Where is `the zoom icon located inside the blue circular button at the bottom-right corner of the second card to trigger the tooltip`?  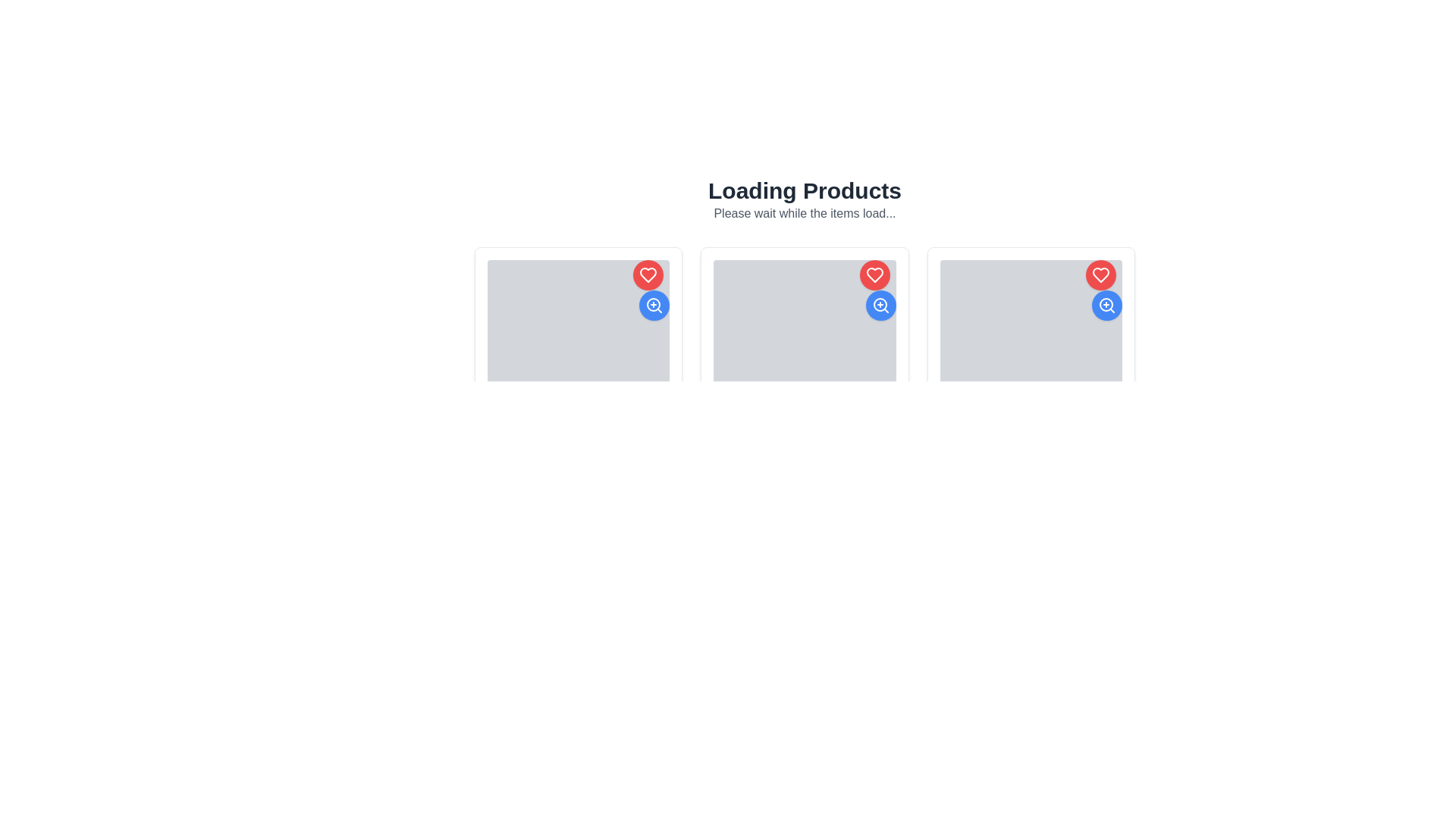
the zoom icon located inside the blue circular button at the bottom-right corner of the second card to trigger the tooltip is located at coordinates (1106, 305).